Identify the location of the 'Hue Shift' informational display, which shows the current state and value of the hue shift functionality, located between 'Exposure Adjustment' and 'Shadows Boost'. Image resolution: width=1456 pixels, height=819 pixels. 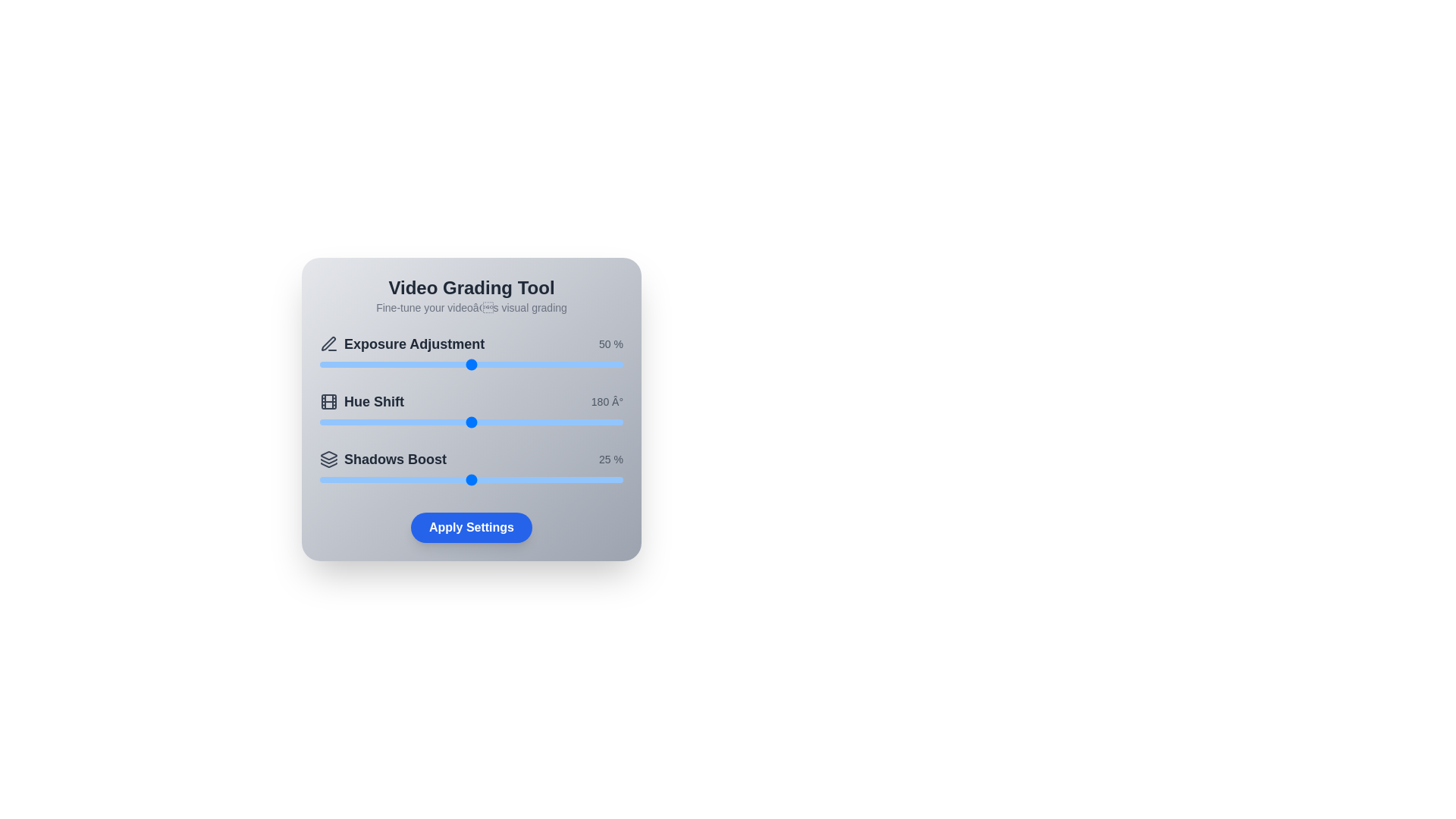
(471, 400).